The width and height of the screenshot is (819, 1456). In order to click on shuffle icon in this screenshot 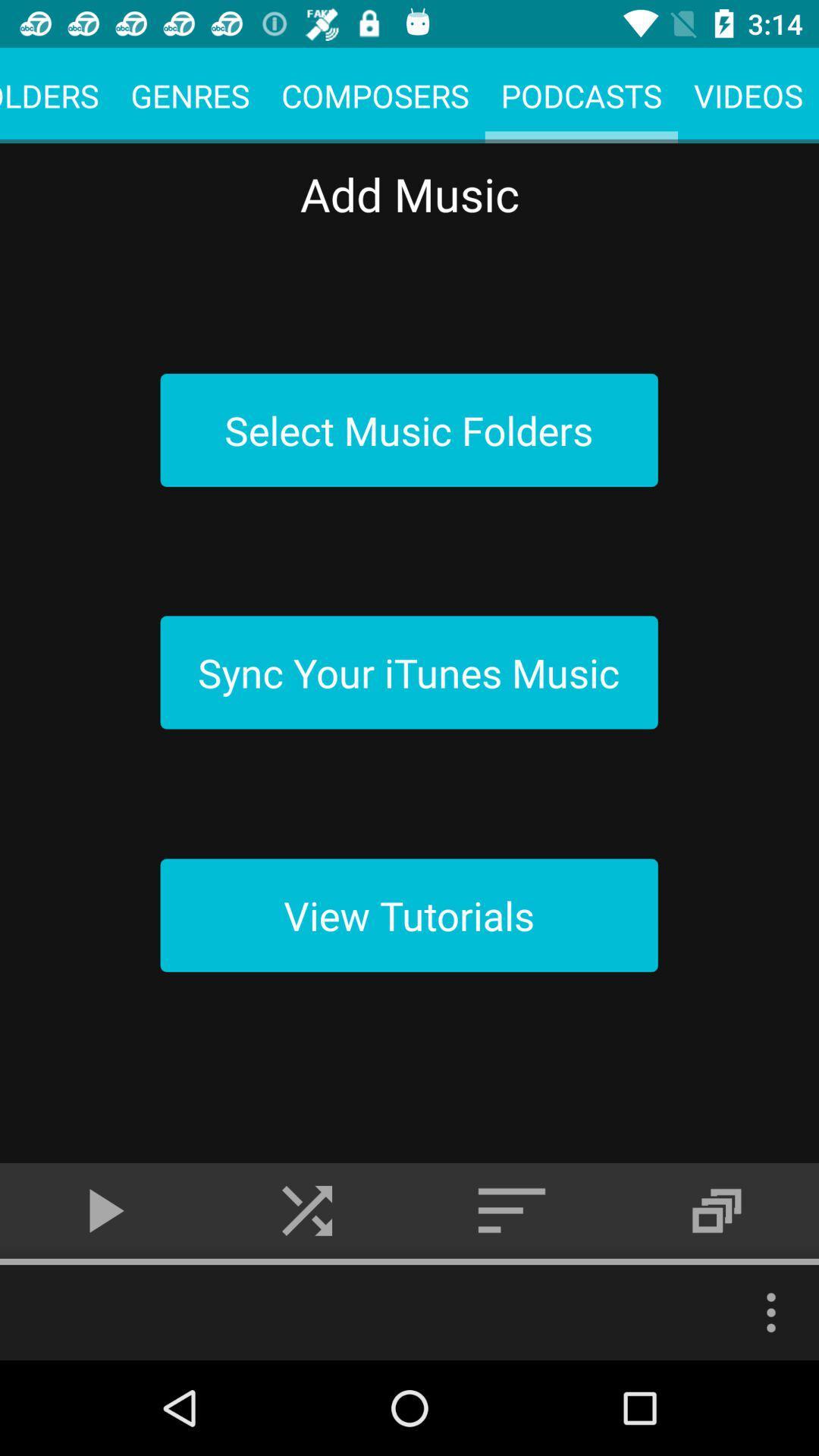, I will do `click(307, 1210)`.